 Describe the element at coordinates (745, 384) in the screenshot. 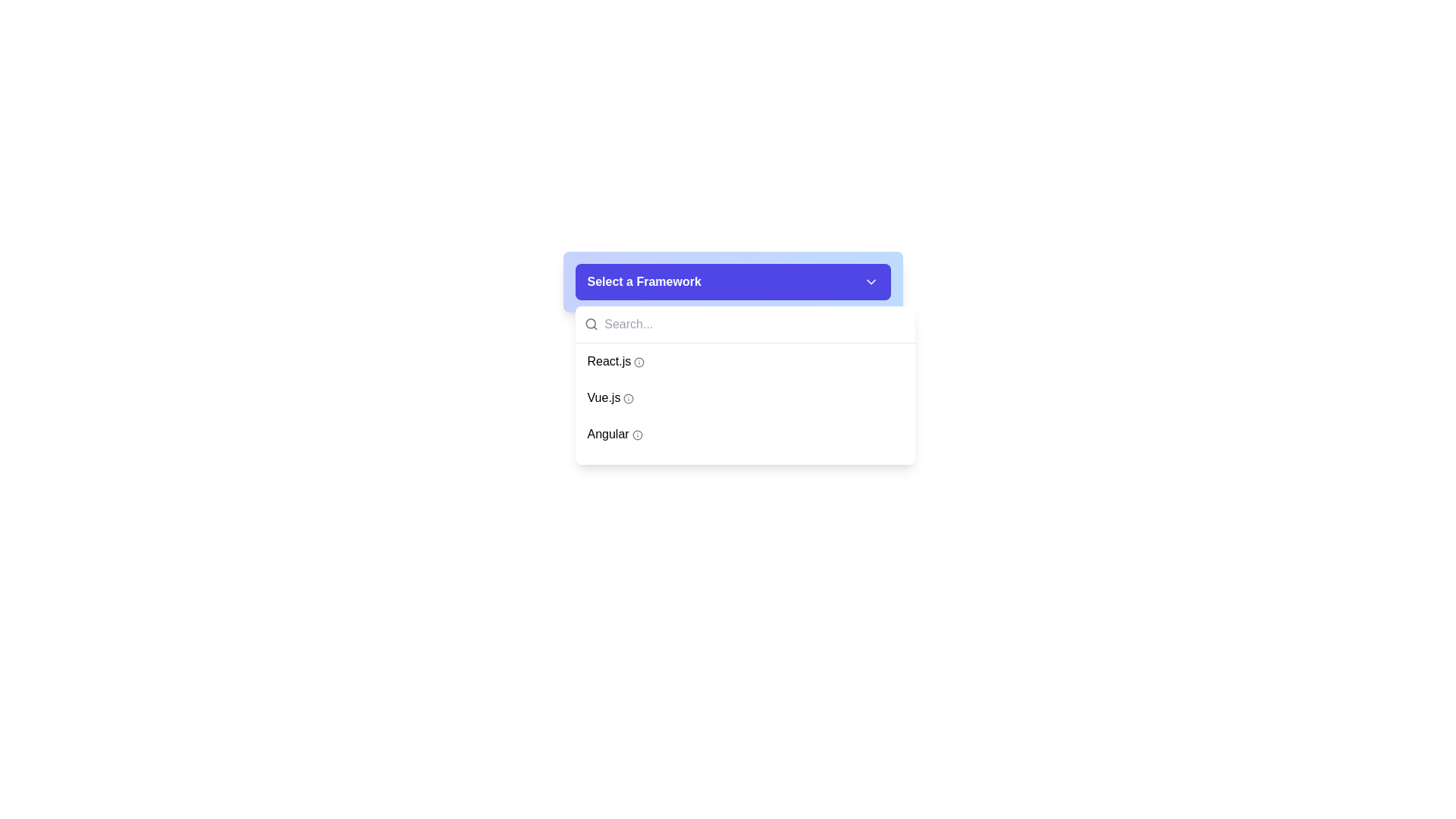

I see `the Dropdown menu located below the 'Select a Framework' button` at that location.